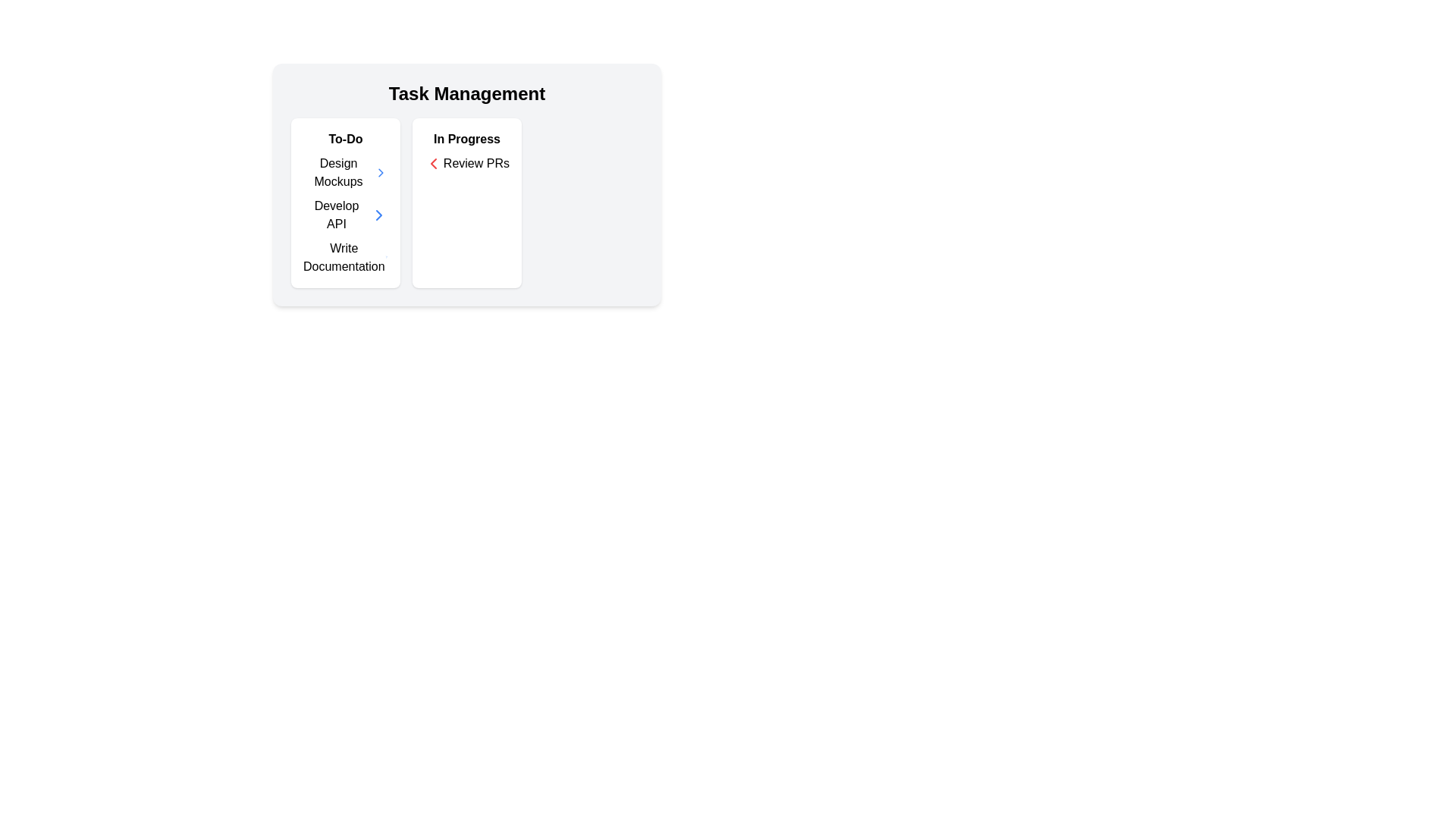  What do you see at coordinates (337, 171) in the screenshot?
I see `the topmost task labeled 'Design Mockups' in the 'To-Do' section` at bounding box center [337, 171].